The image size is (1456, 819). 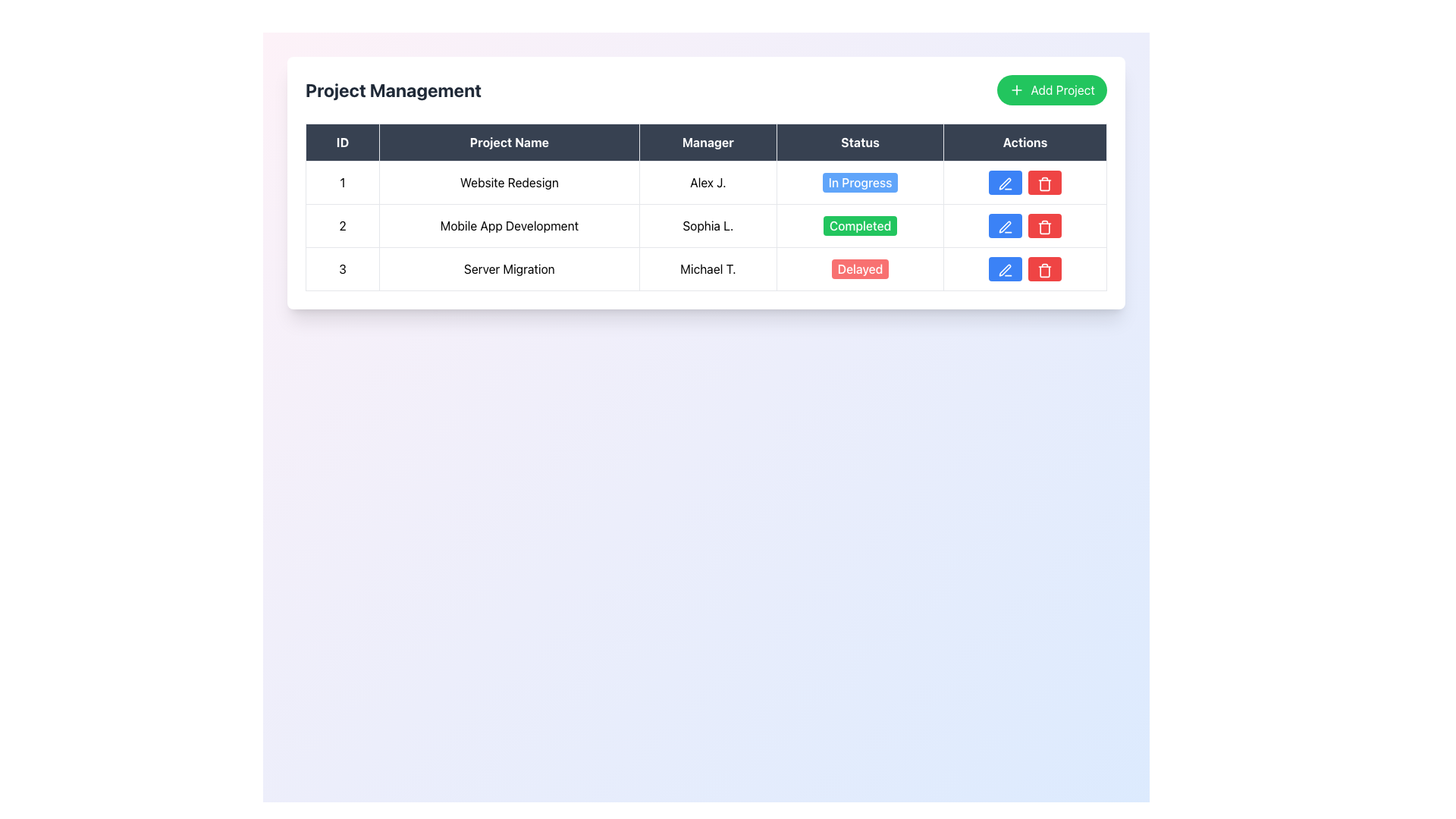 What do you see at coordinates (707, 143) in the screenshot?
I see `the table header labeled 'Manager', which is the third entry in the header row of the data table, displaying bold, capitalized white text against a dark background` at bounding box center [707, 143].